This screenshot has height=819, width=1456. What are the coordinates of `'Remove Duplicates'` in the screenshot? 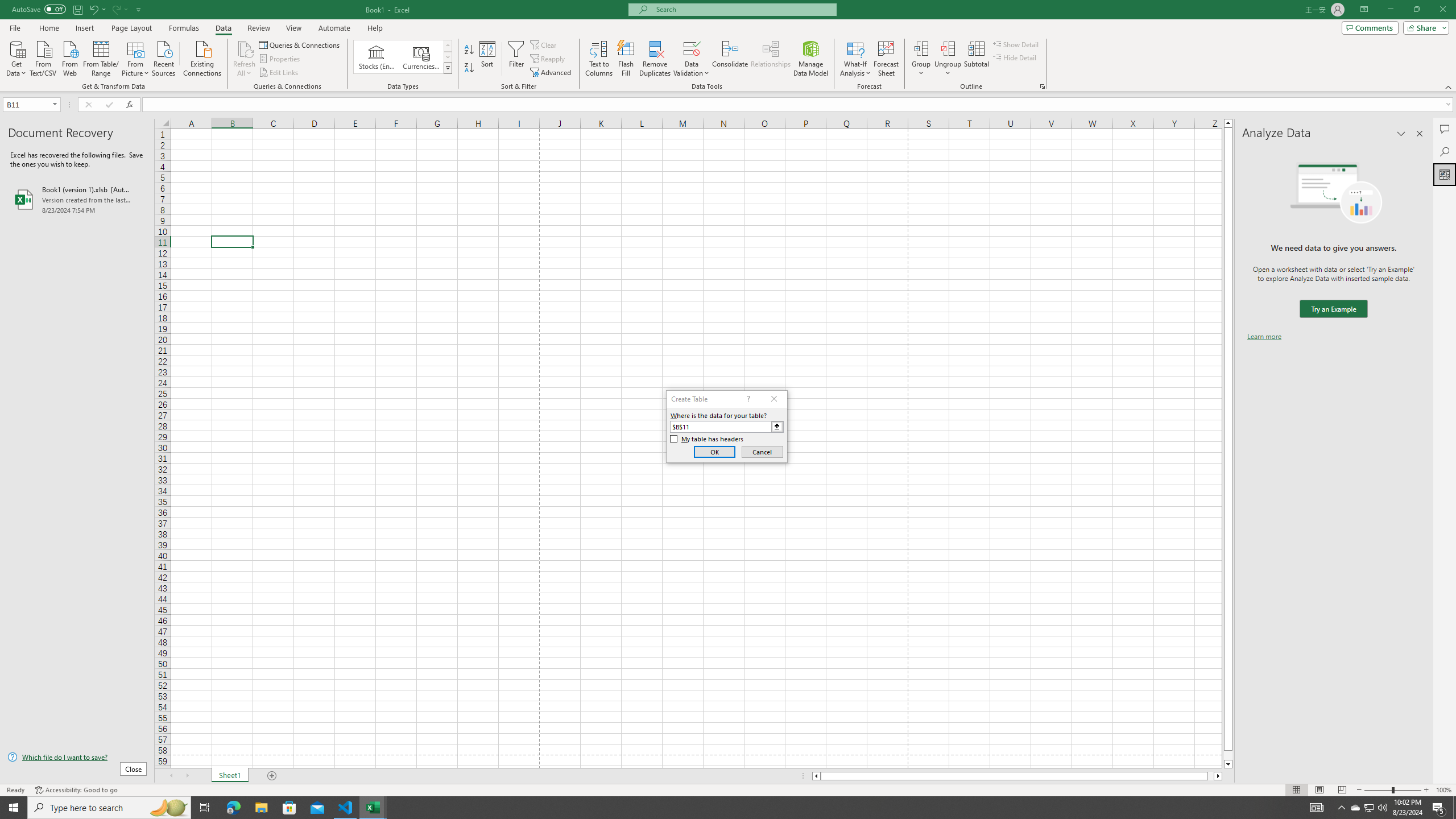 It's located at (655, 59).